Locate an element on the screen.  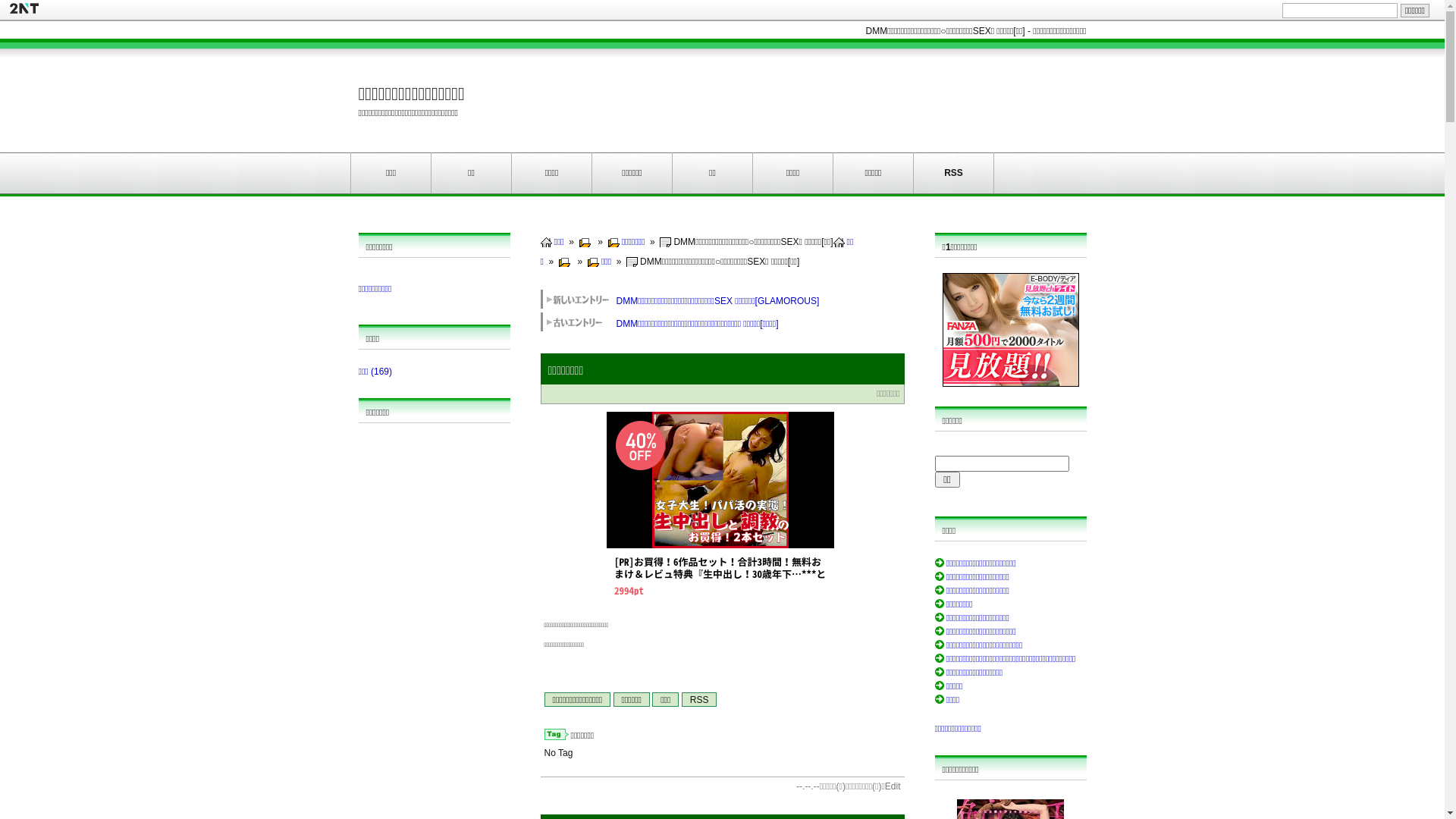
'Edit' is located at coordinates (884, 786).